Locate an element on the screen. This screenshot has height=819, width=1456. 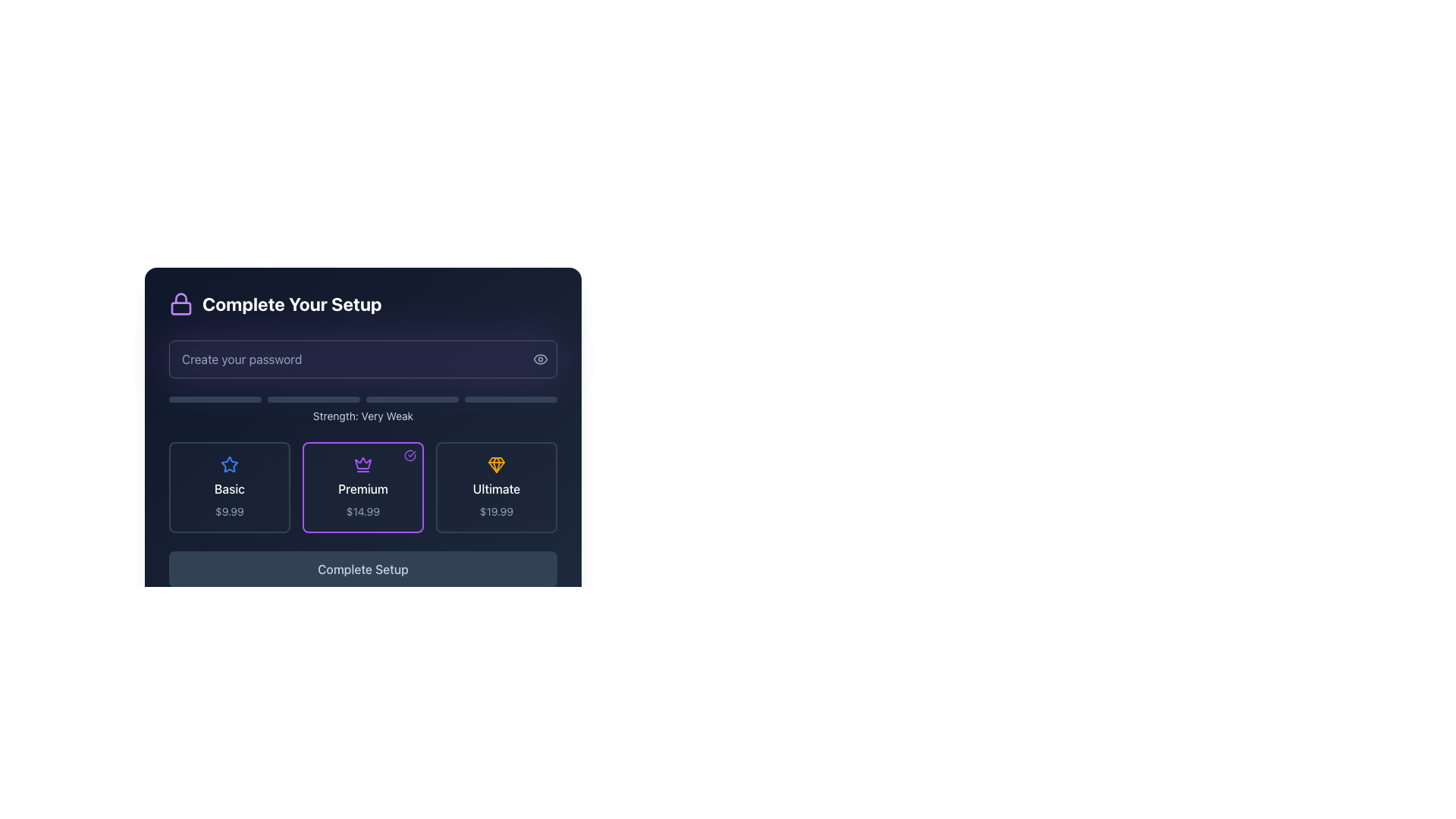
the purple crown icon located centrally within the 'Premium' card, which is positioned between the 'Basic' and 'Ultimate' cards in the subscription tier options for decorative purposes is located at coordinates (362, 462).